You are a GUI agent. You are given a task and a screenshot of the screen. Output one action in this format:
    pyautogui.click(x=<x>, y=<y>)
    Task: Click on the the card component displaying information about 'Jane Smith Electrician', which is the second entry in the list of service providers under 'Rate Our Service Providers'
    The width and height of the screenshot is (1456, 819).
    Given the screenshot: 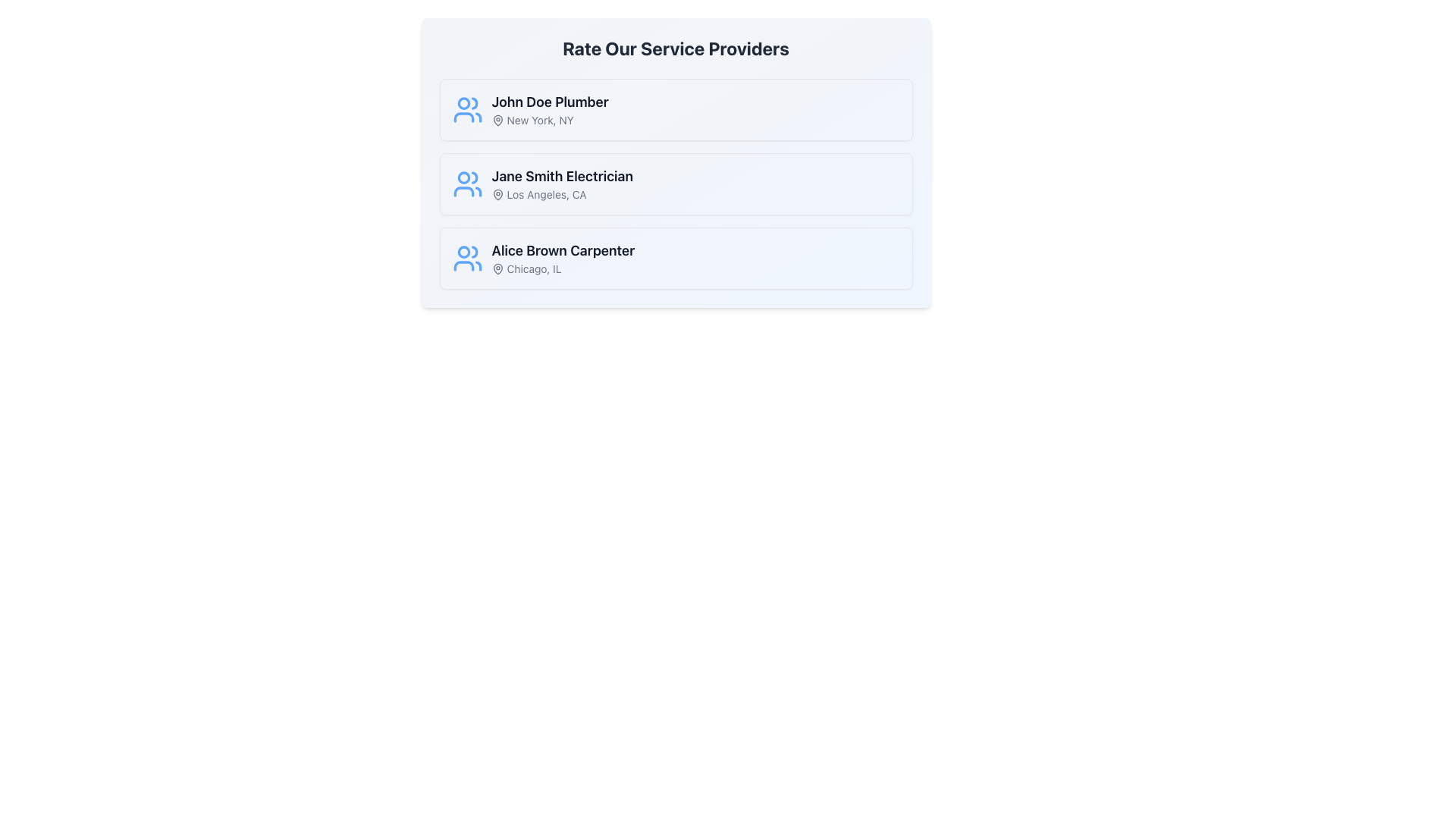 What is the action you would take?
    pyautogui.click(x=675, y=184)
    